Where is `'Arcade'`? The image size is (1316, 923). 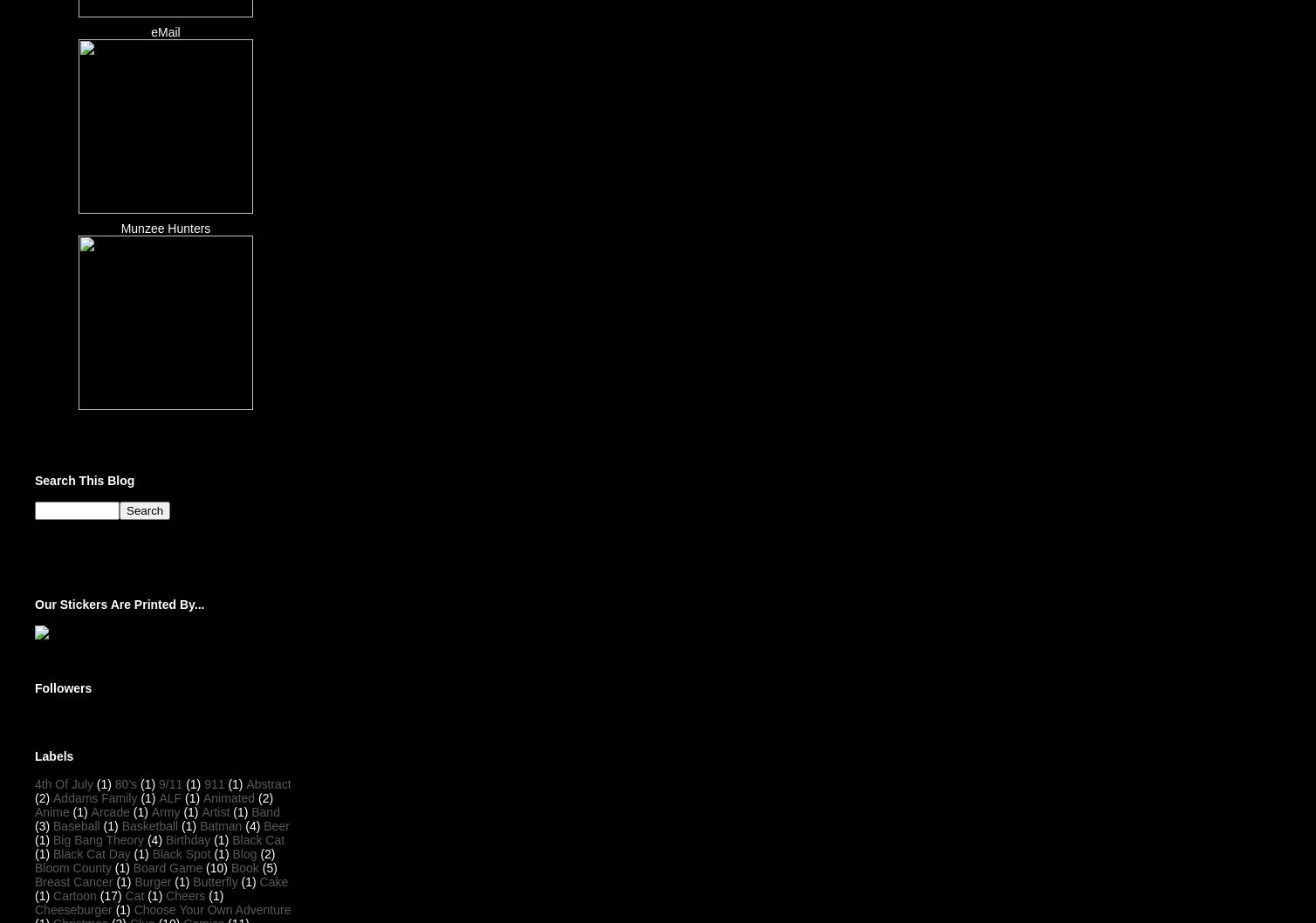 'Arcade' is located at coordinates (91, 810).